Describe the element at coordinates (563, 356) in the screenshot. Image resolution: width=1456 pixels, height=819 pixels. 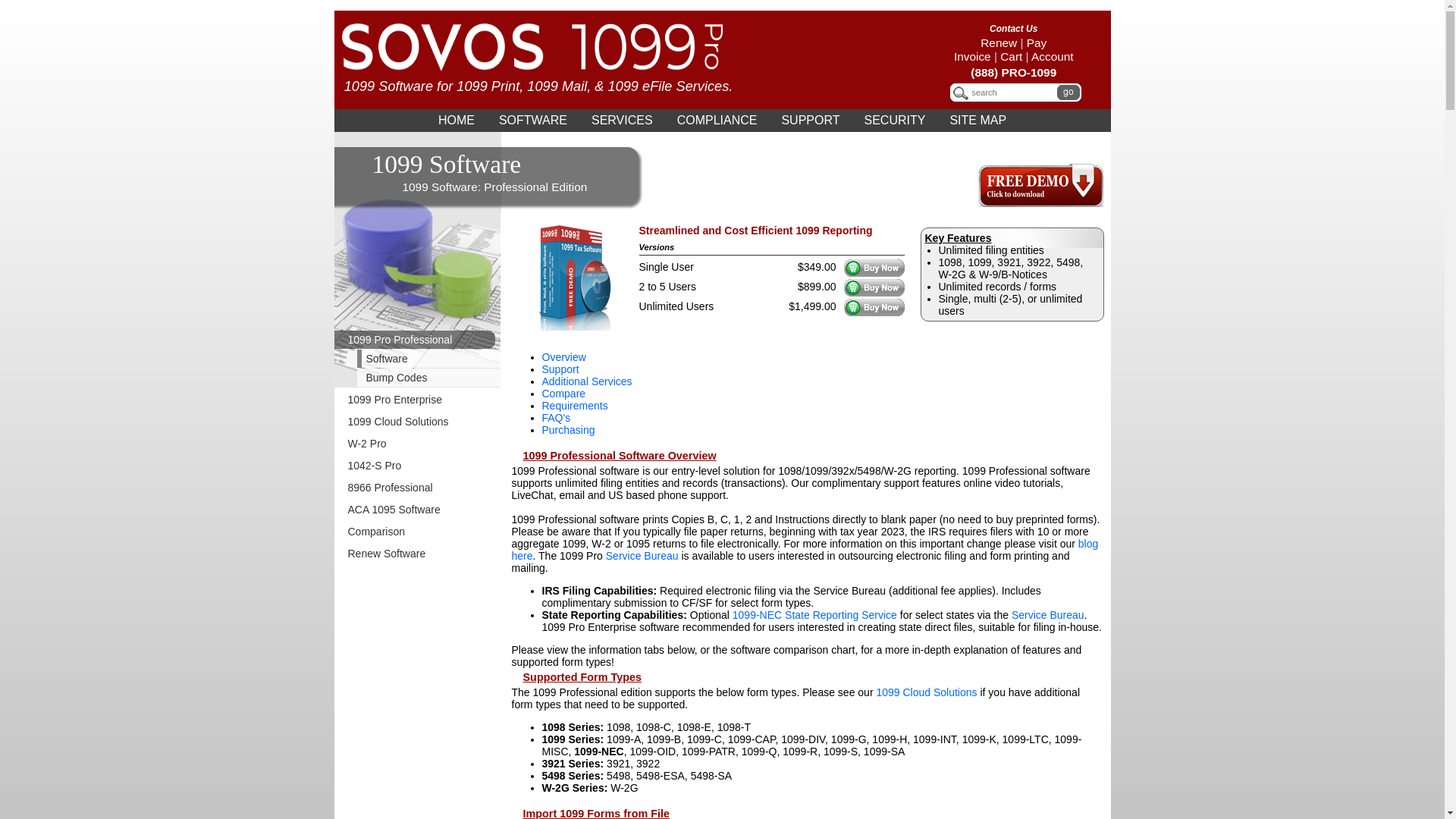
I see `'Overview'` at that location.